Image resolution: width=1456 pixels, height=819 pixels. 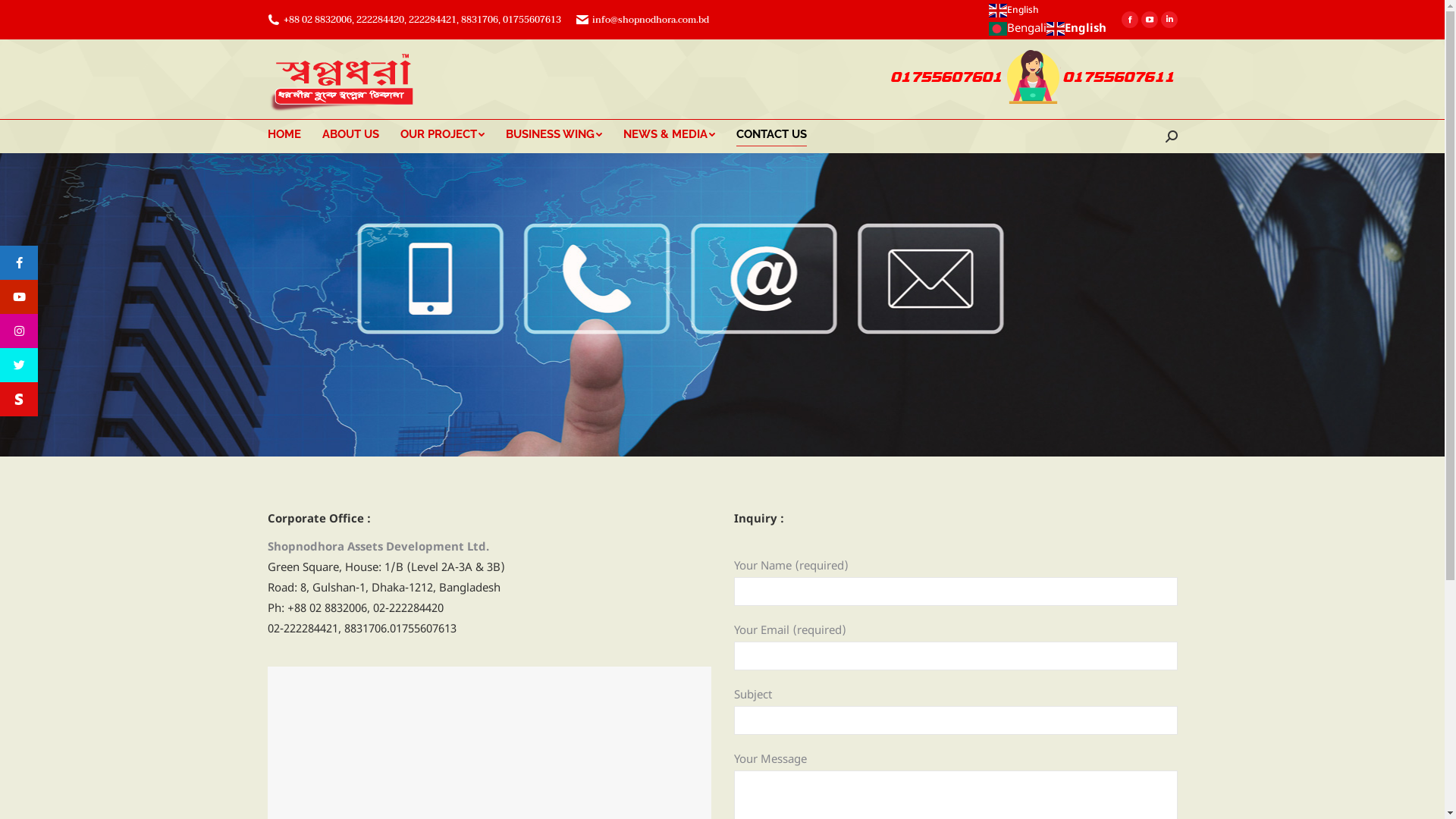 I want to click on 'BUSINESS WING', so click(x=505, y=133).